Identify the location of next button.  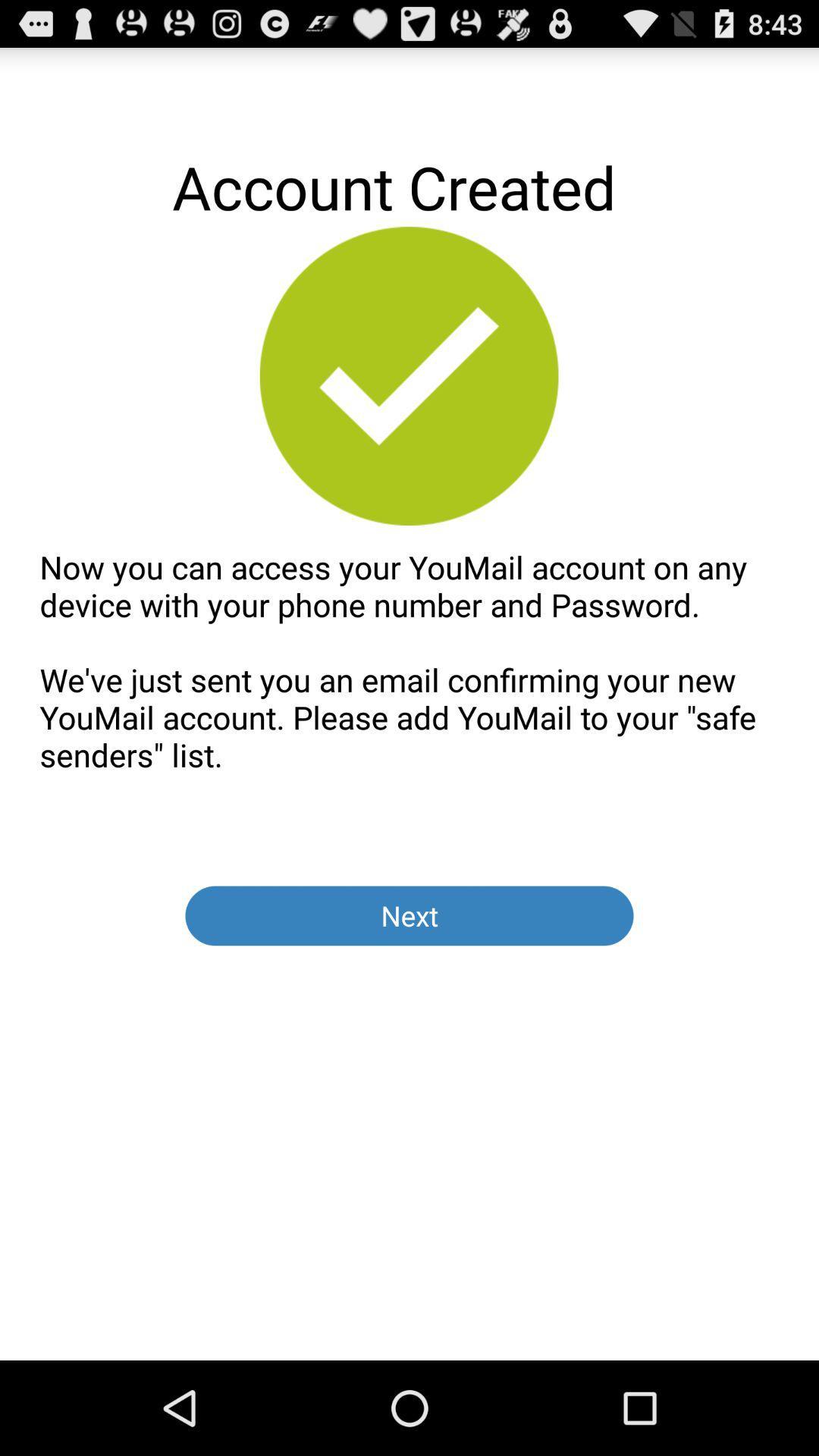
(409, 915).